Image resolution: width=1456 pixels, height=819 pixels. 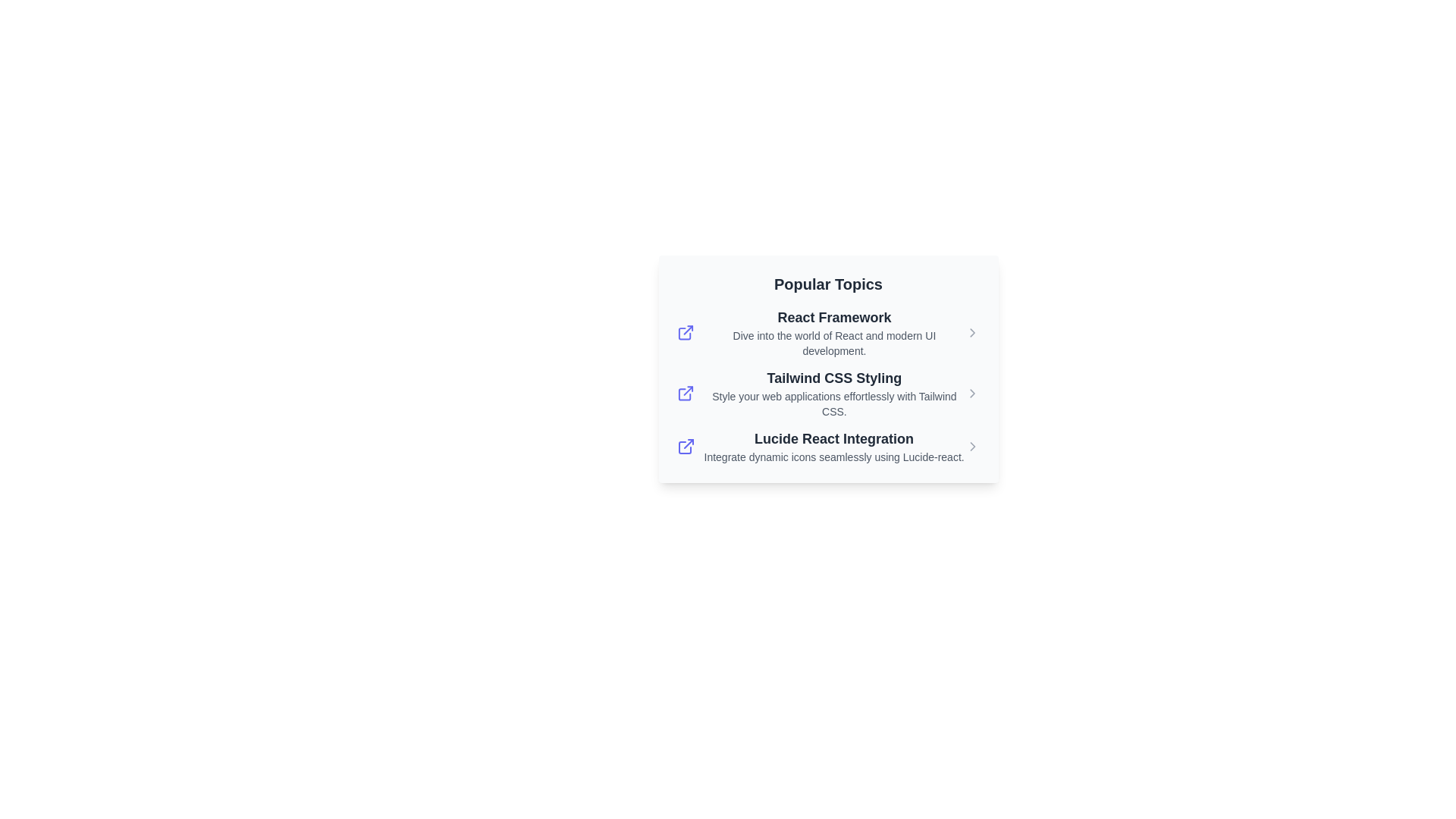 I want to click on the bold text link 'Lucide React Integration', so click(x=833, y=438).